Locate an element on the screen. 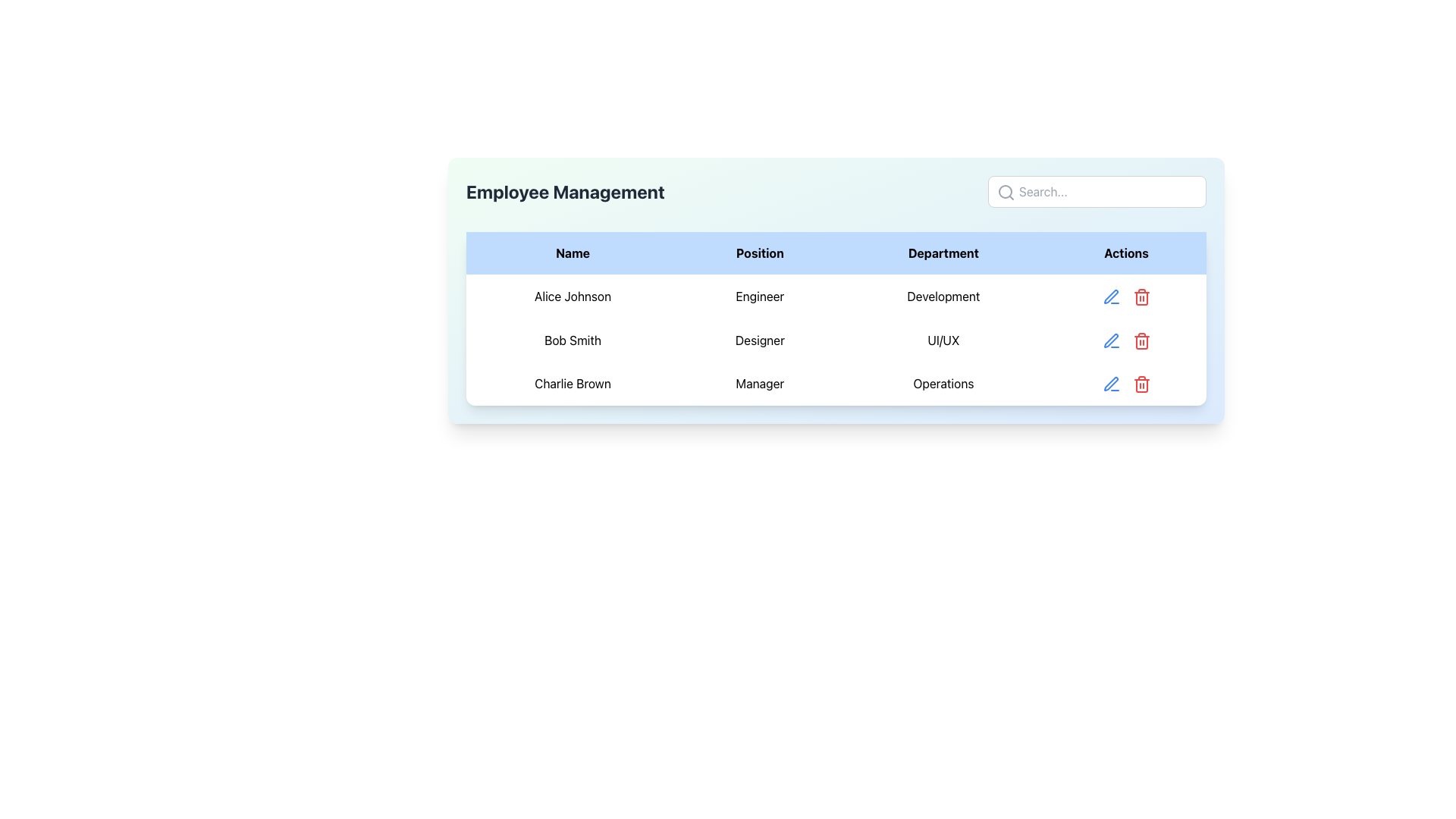 This screenshot has height=819, width=1456. the red trash bin icon located in the 'Actions' column of the last row of the table is located at coordinates (1141, 383).